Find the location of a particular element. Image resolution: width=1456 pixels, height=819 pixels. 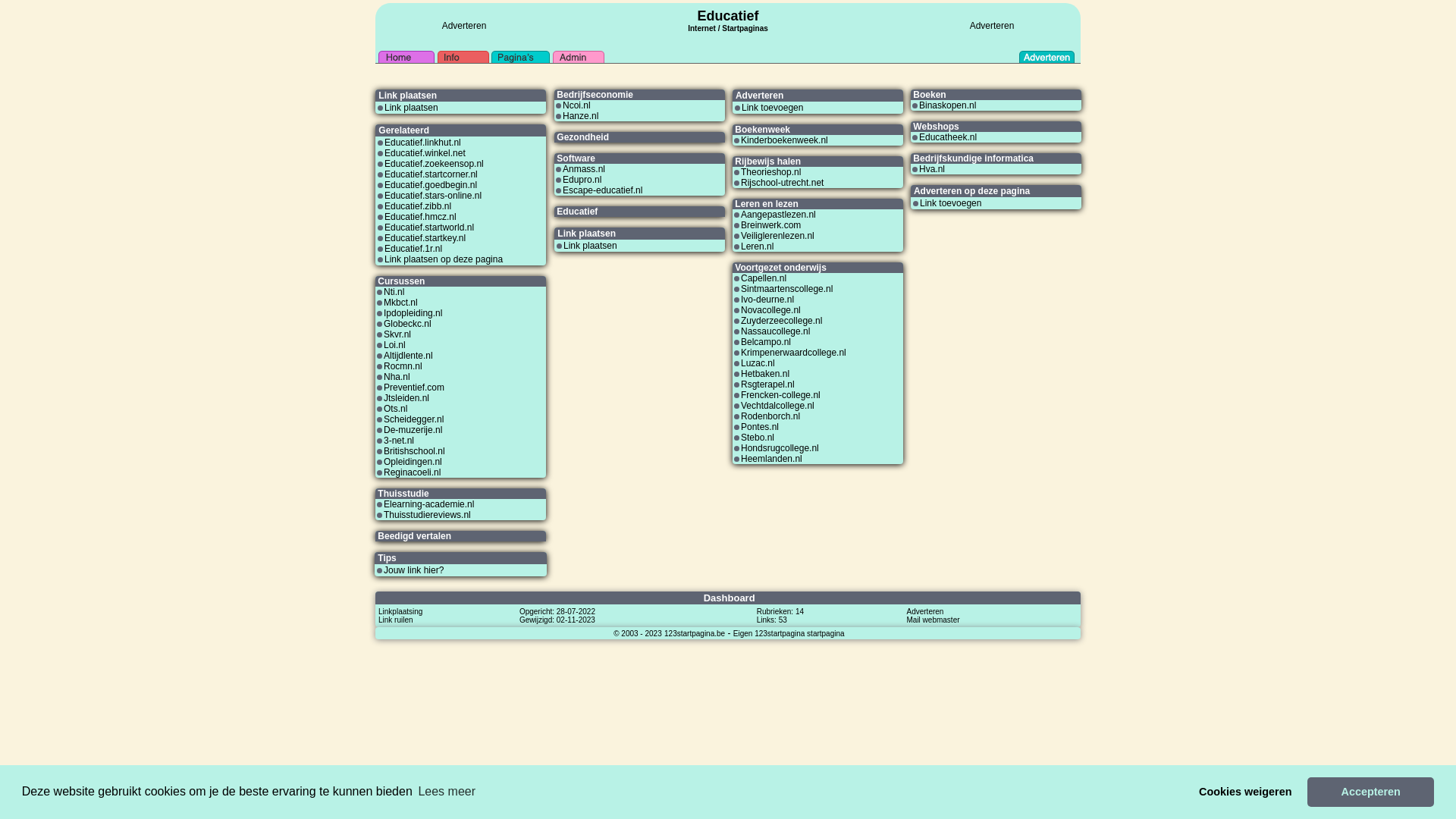

'3-net.nl' is located at coordinates (383, 441).